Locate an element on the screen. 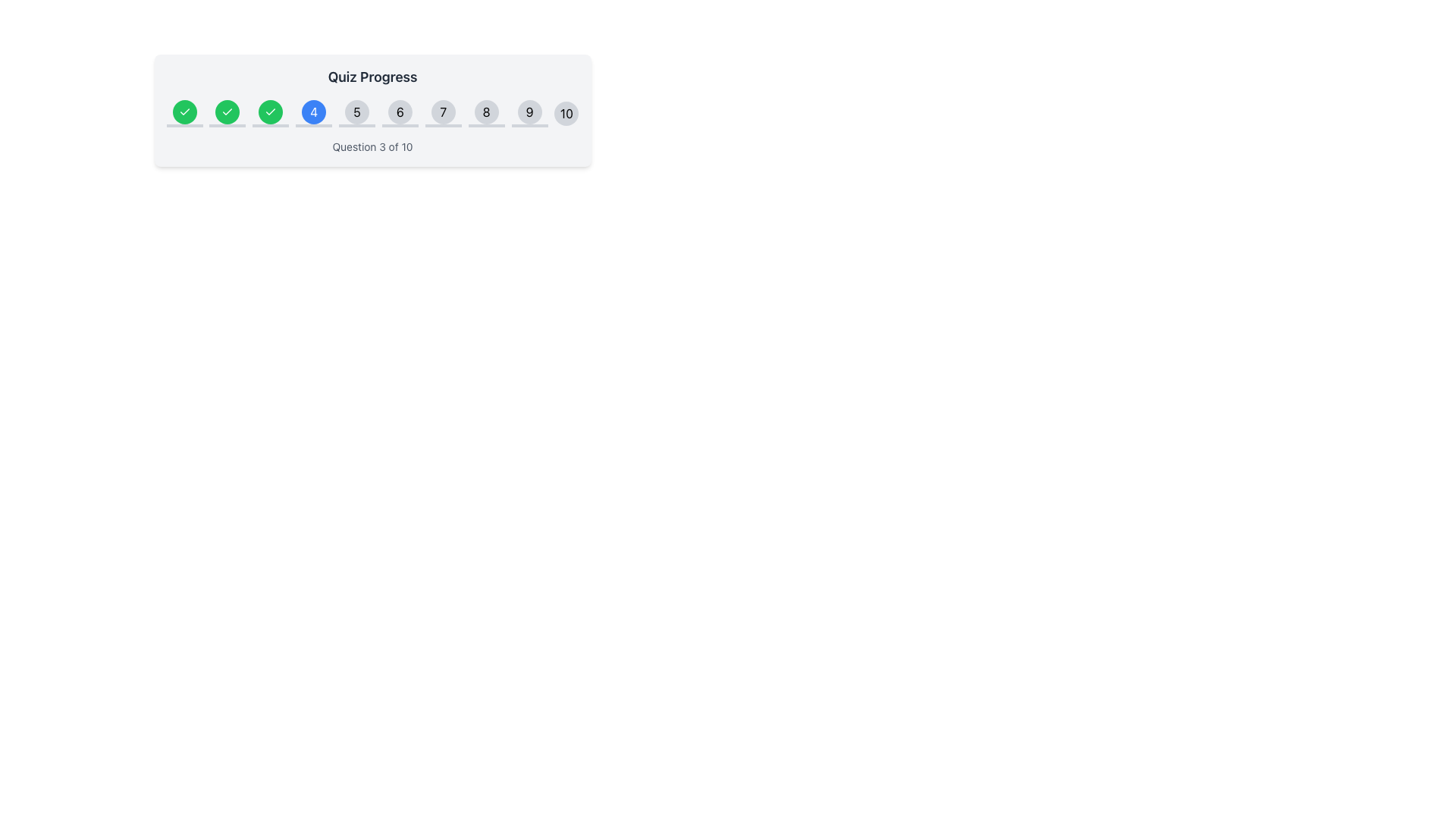  the circular button indicator displaying the number '9' in the quiz progress tracker is located at coordinates (529, 111).